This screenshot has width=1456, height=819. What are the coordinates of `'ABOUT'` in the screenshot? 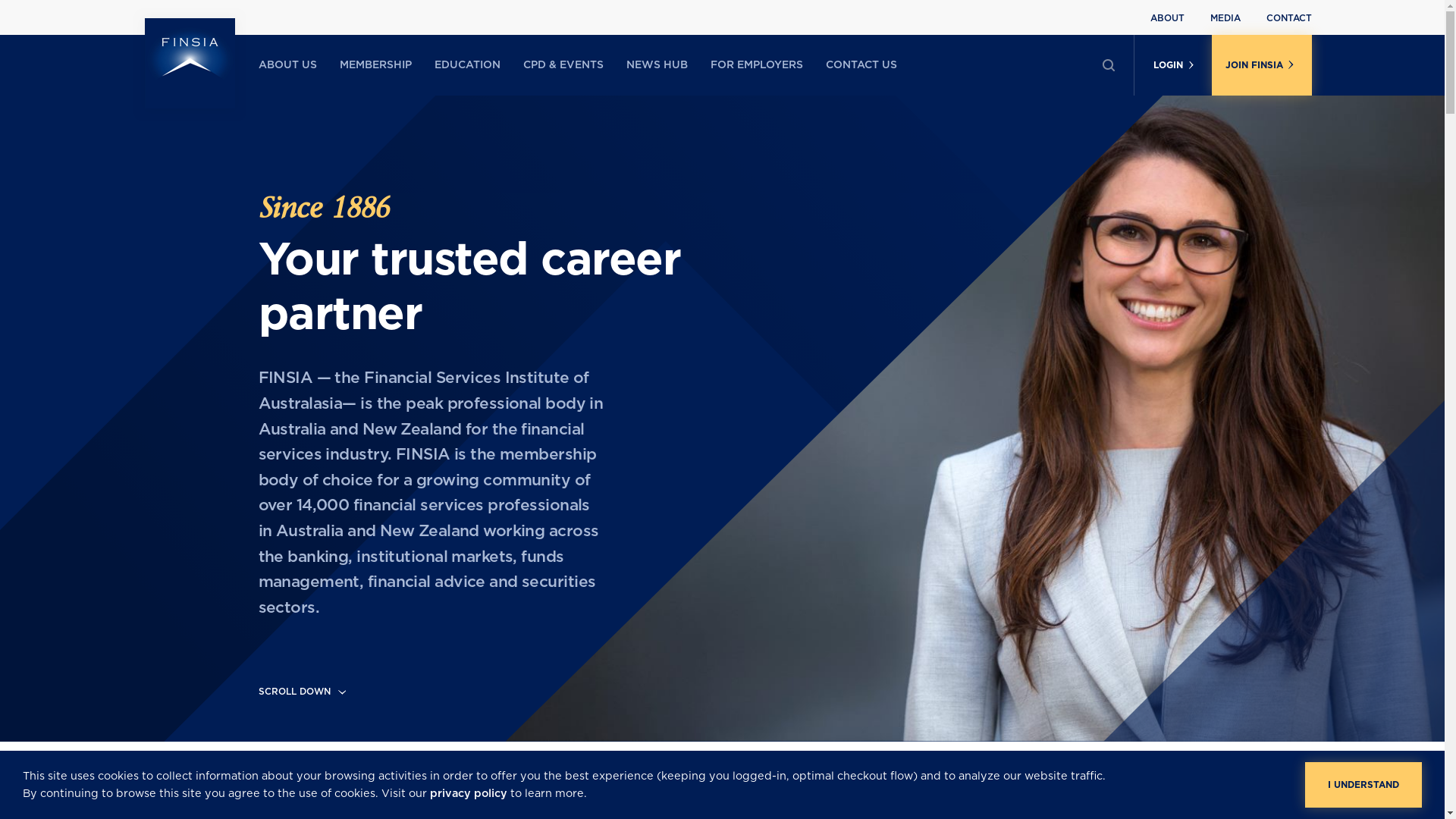 It's located at (1166, 17).